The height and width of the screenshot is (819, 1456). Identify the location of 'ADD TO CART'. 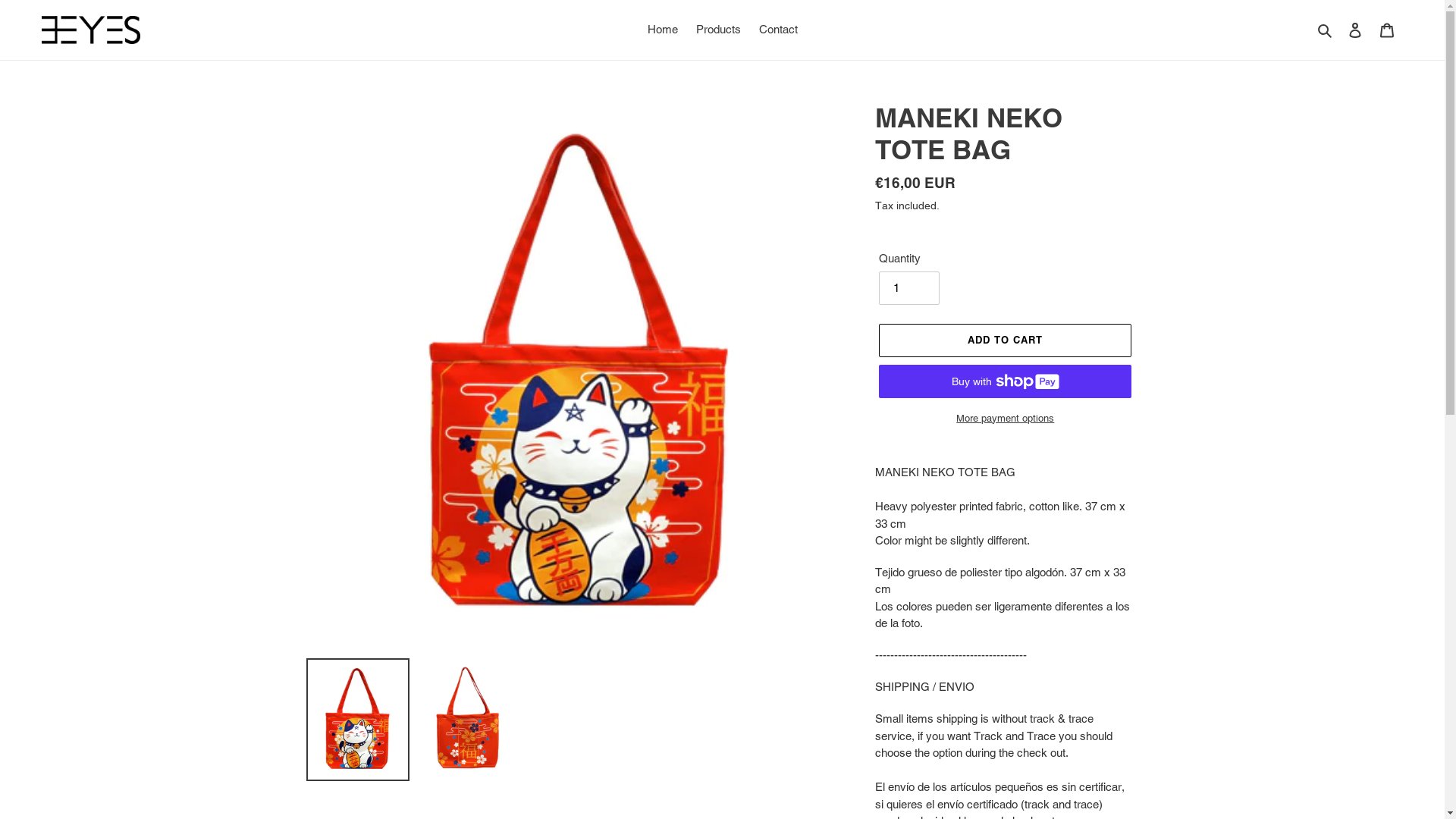
(1005, 339).